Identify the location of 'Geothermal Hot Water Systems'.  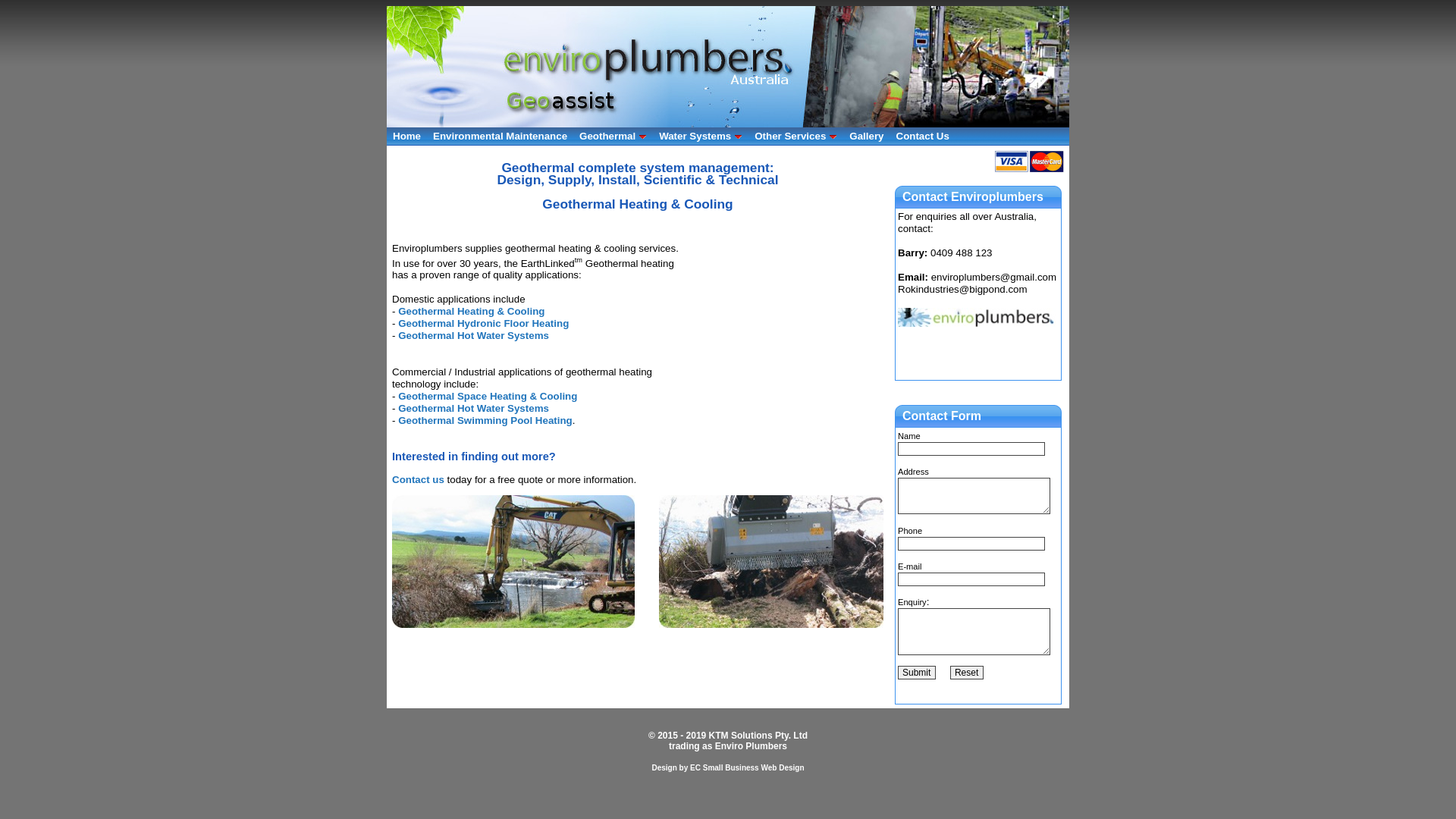
(472, 407).